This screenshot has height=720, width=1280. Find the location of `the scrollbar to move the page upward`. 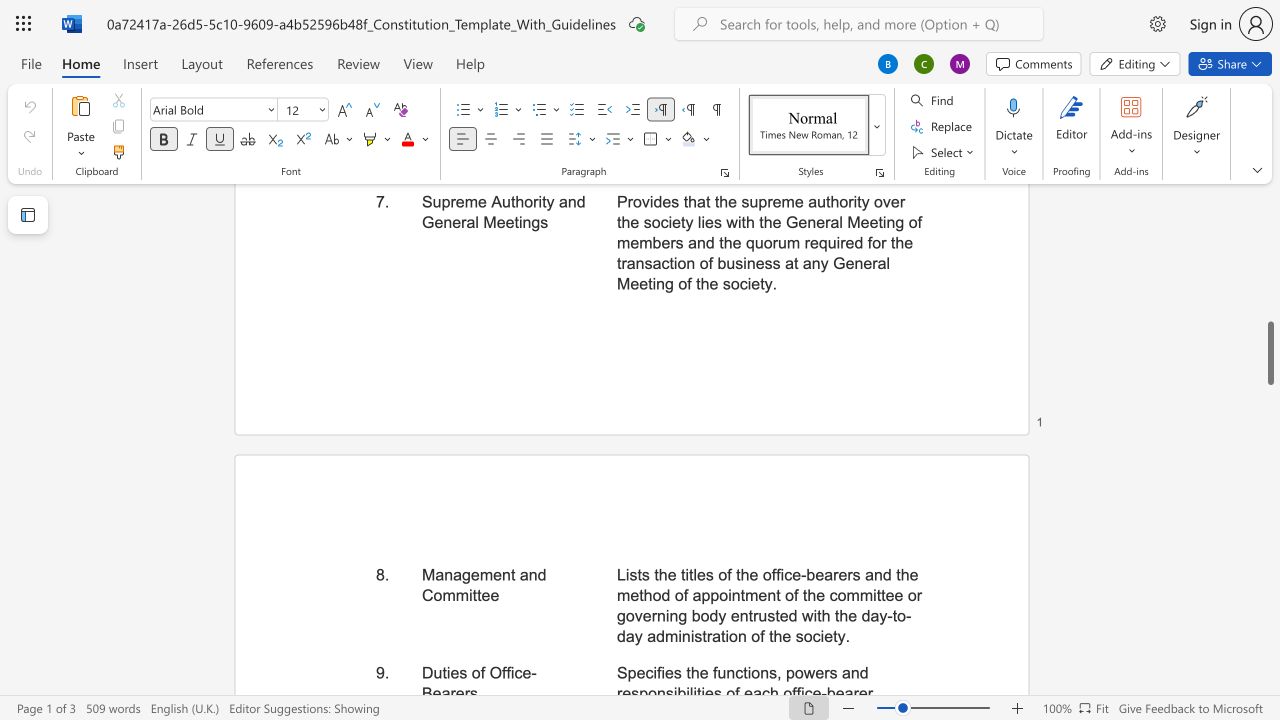

the scrollbar to move the page upward is located at coordinates (1269, 248).